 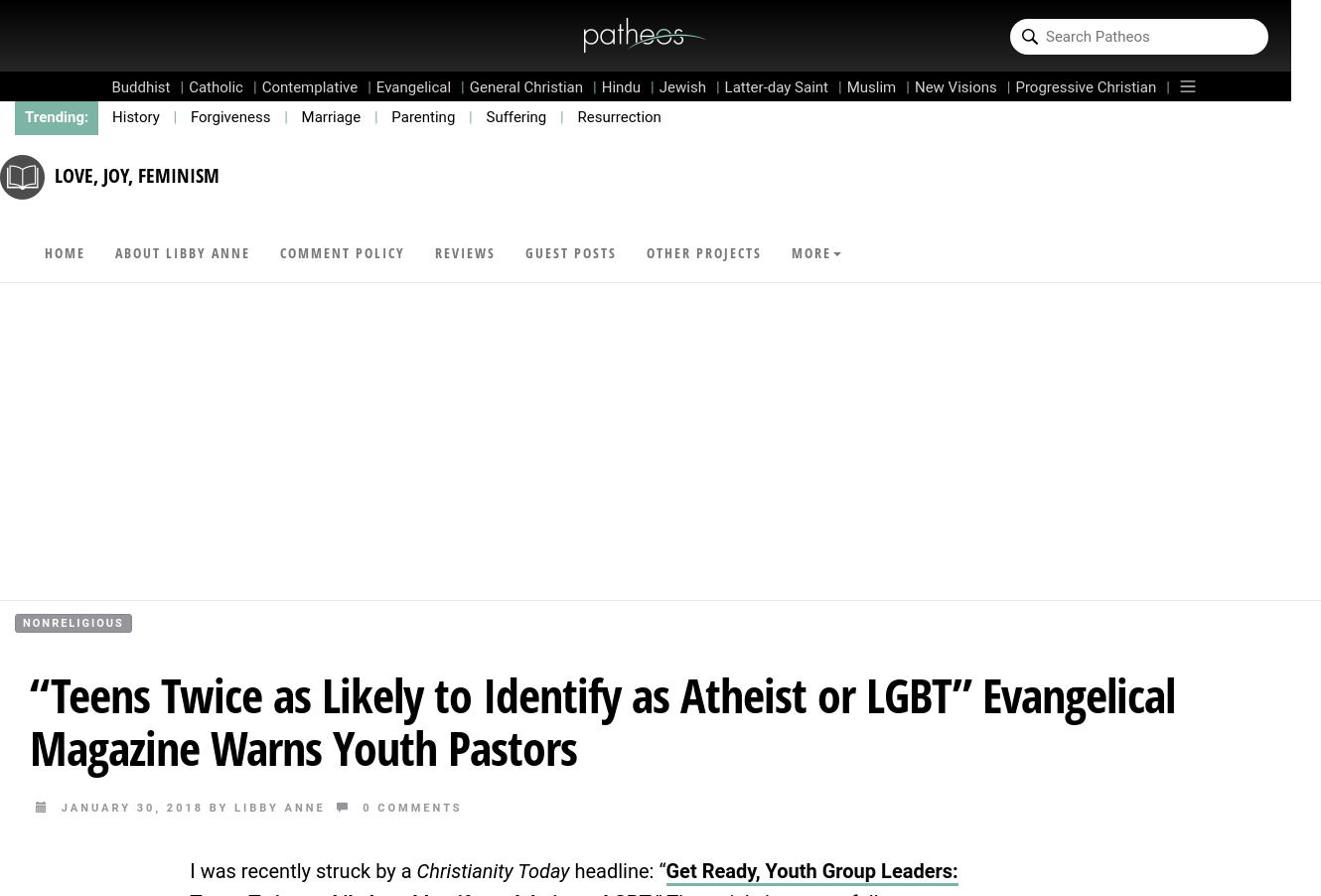 What do you see at coordinates (617, 116) in the screenshot?
I see `'Resurrection'` at bounding box center [617, 116].